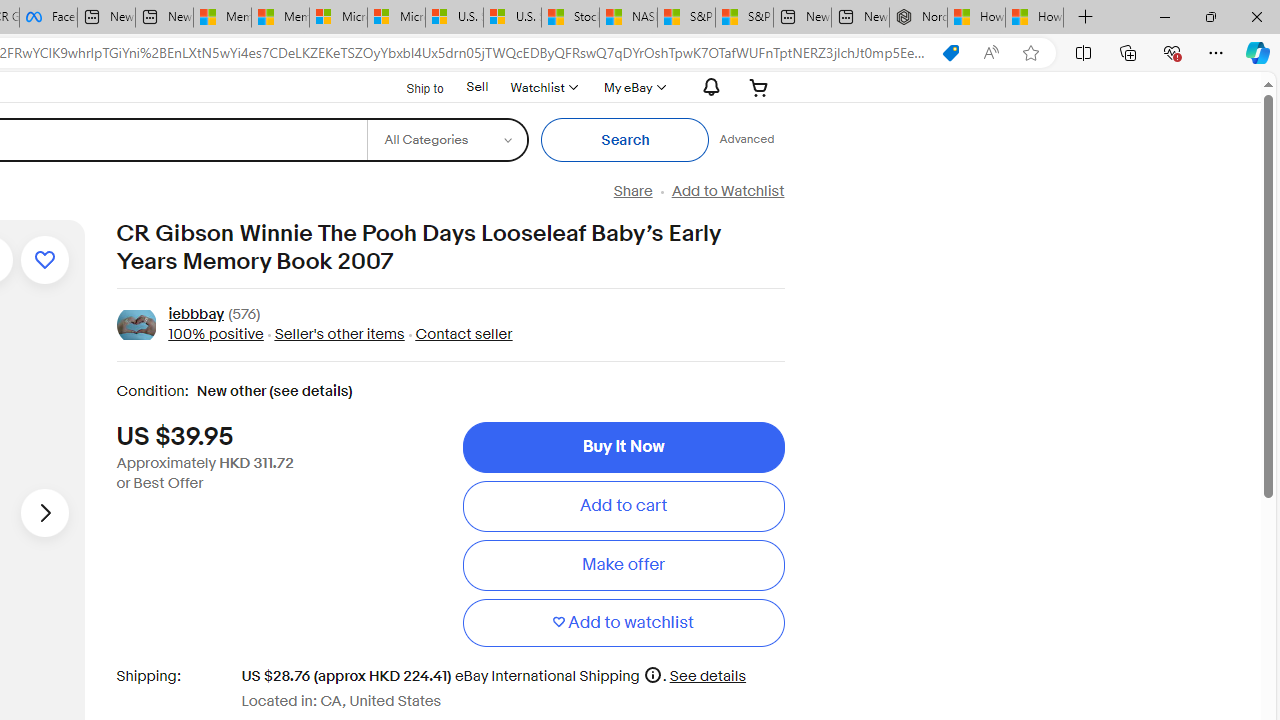 The height and width of the screenshot is (720, 1280). I want to click on 'Add to Watchlist', so click(726, 191).